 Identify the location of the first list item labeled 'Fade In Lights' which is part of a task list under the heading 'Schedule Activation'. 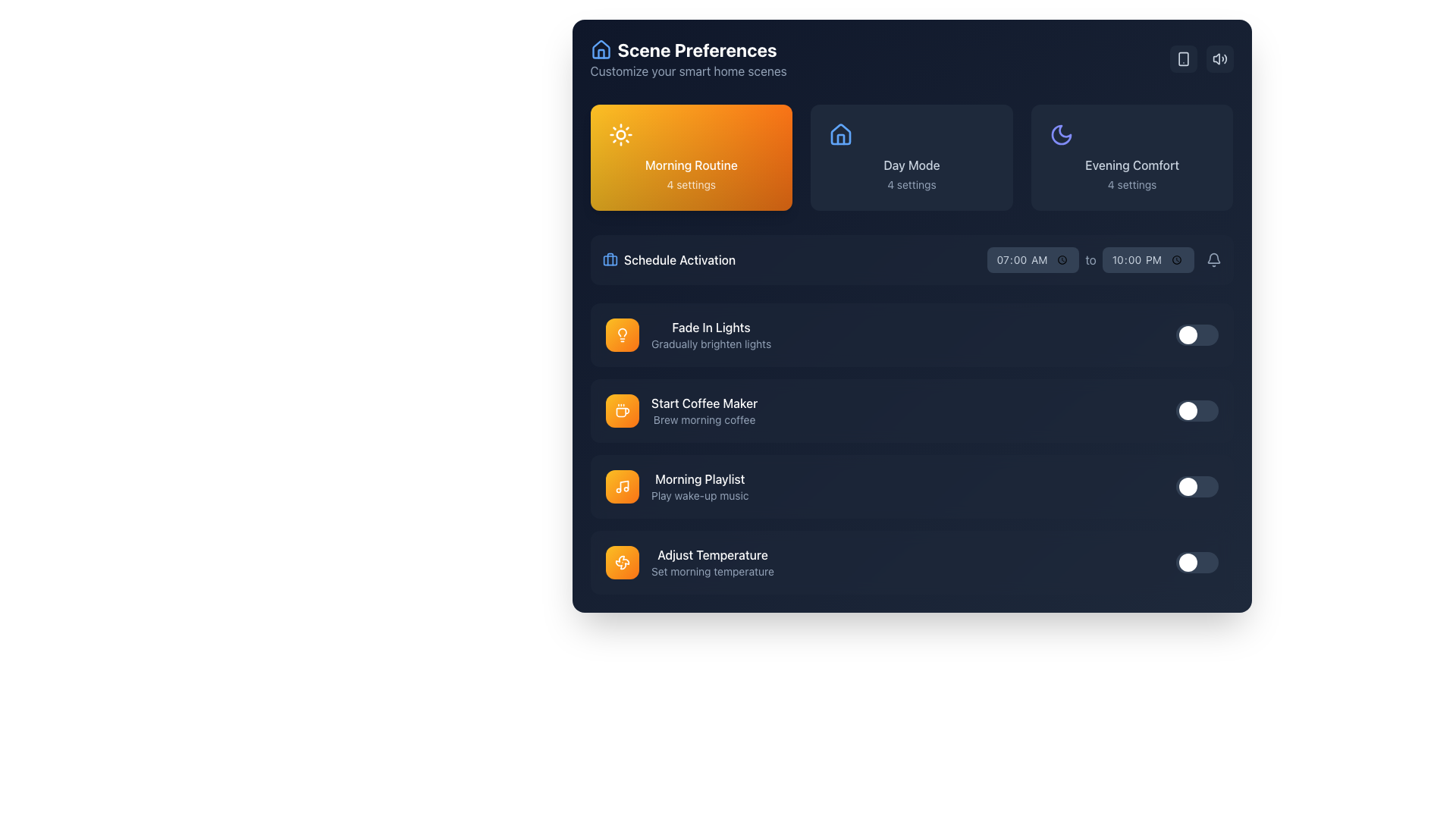
(710, 334).